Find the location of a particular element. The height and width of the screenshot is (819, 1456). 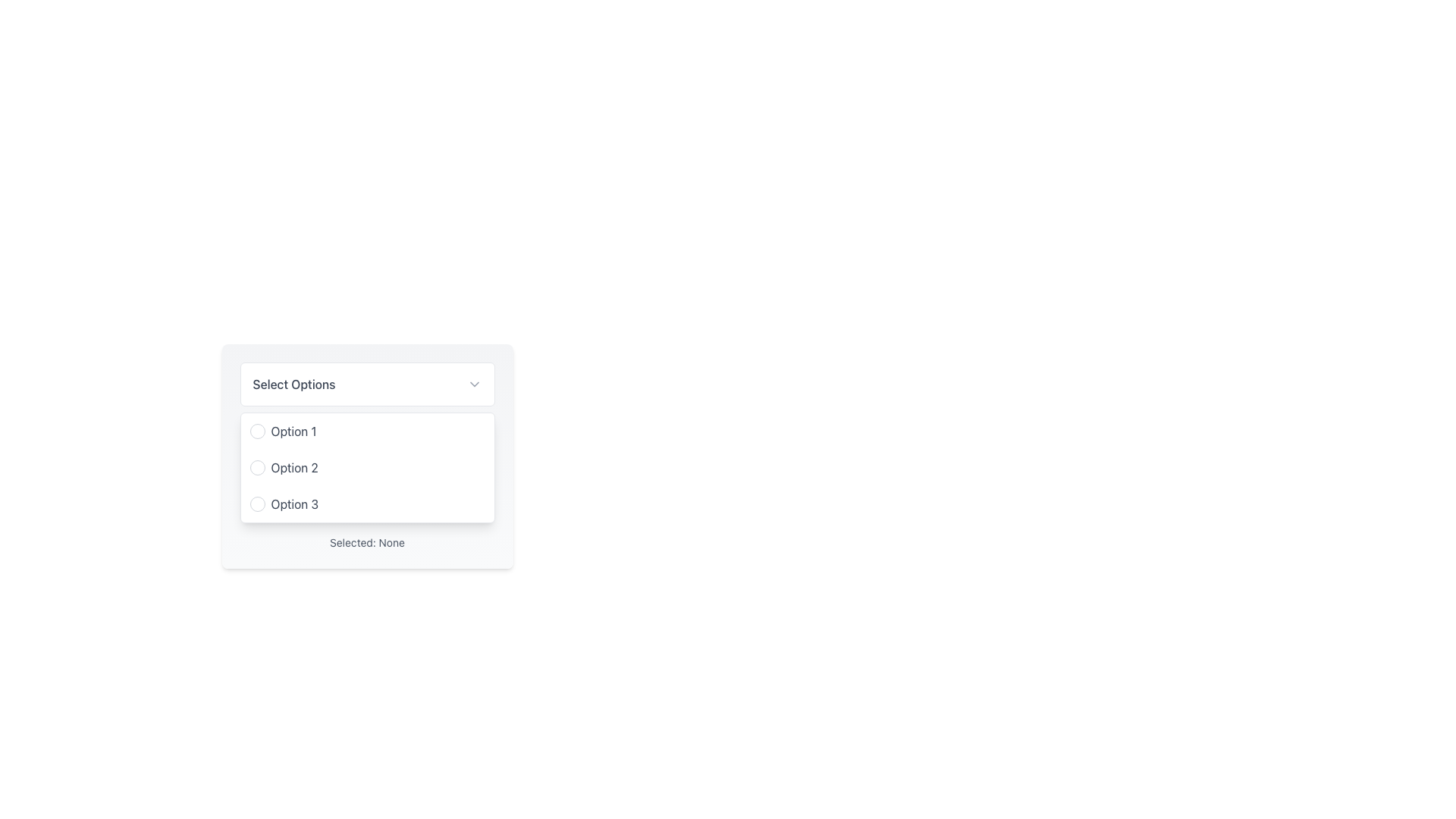

the Dropdown menu displaying radio button options is located at coordinates (367, 467).